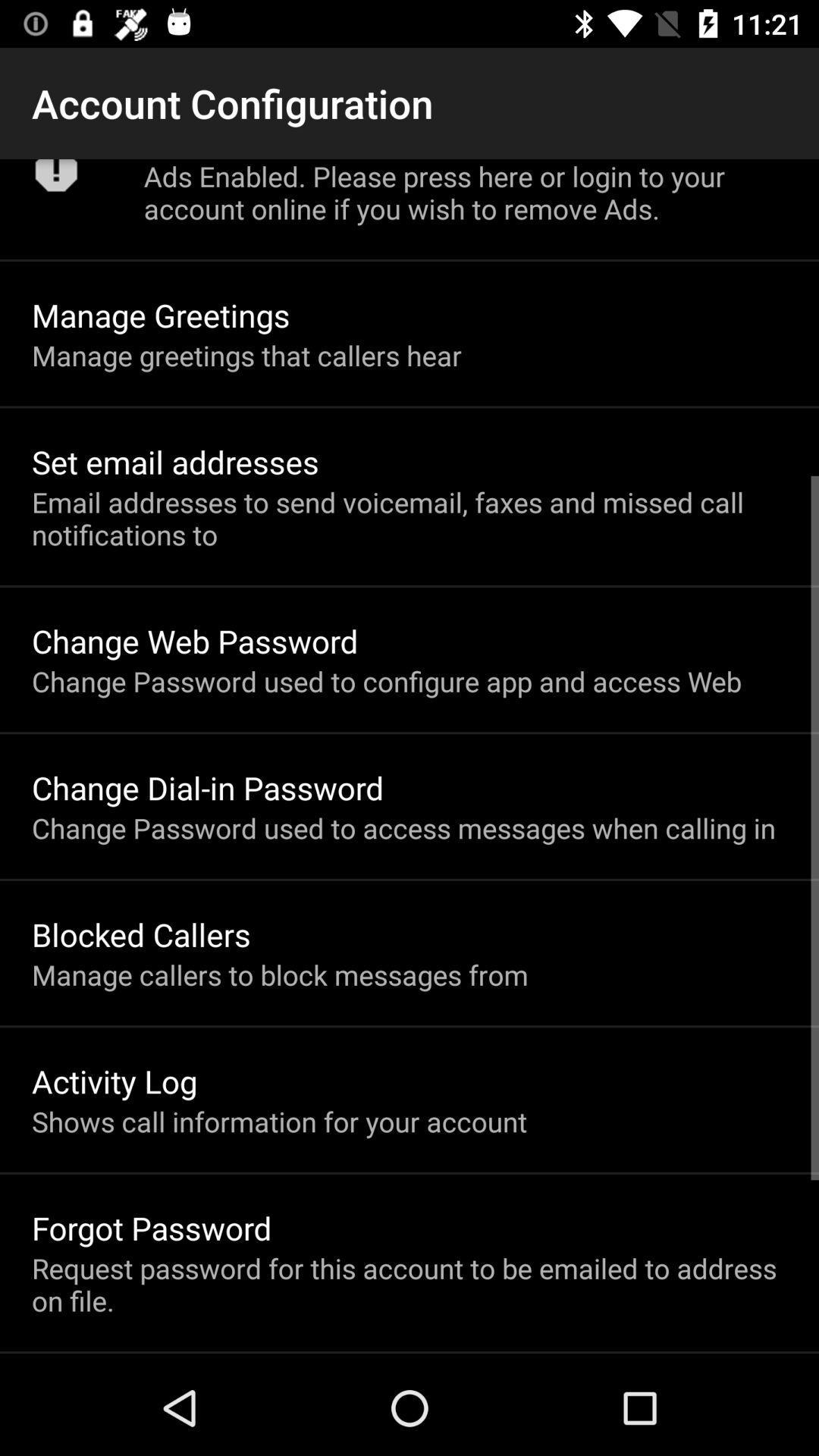  Describe the element at coordinates (114, 1080) in the screenshot. I see `the icon below the manage callers to` at that location.